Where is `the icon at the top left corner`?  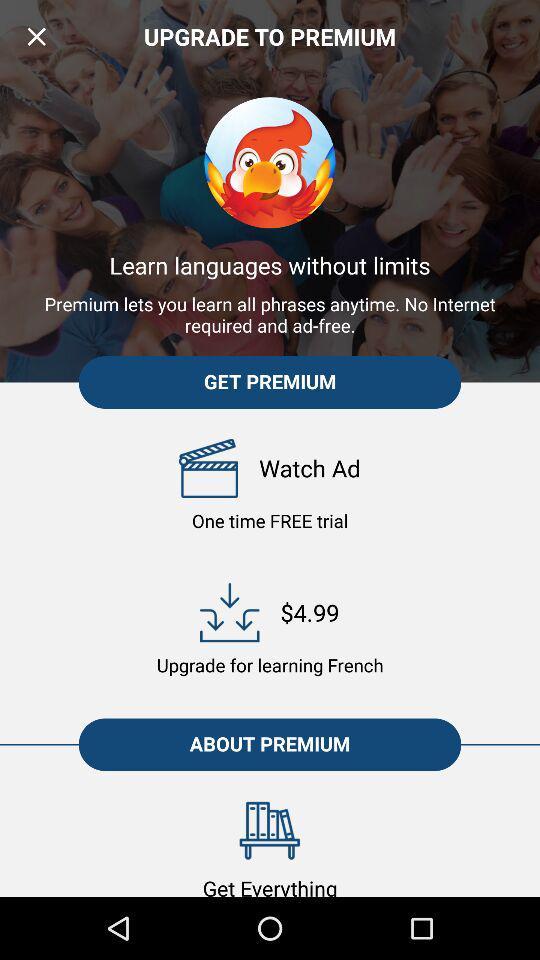 the icon at the top left corner is located at coordinates (36, 35).